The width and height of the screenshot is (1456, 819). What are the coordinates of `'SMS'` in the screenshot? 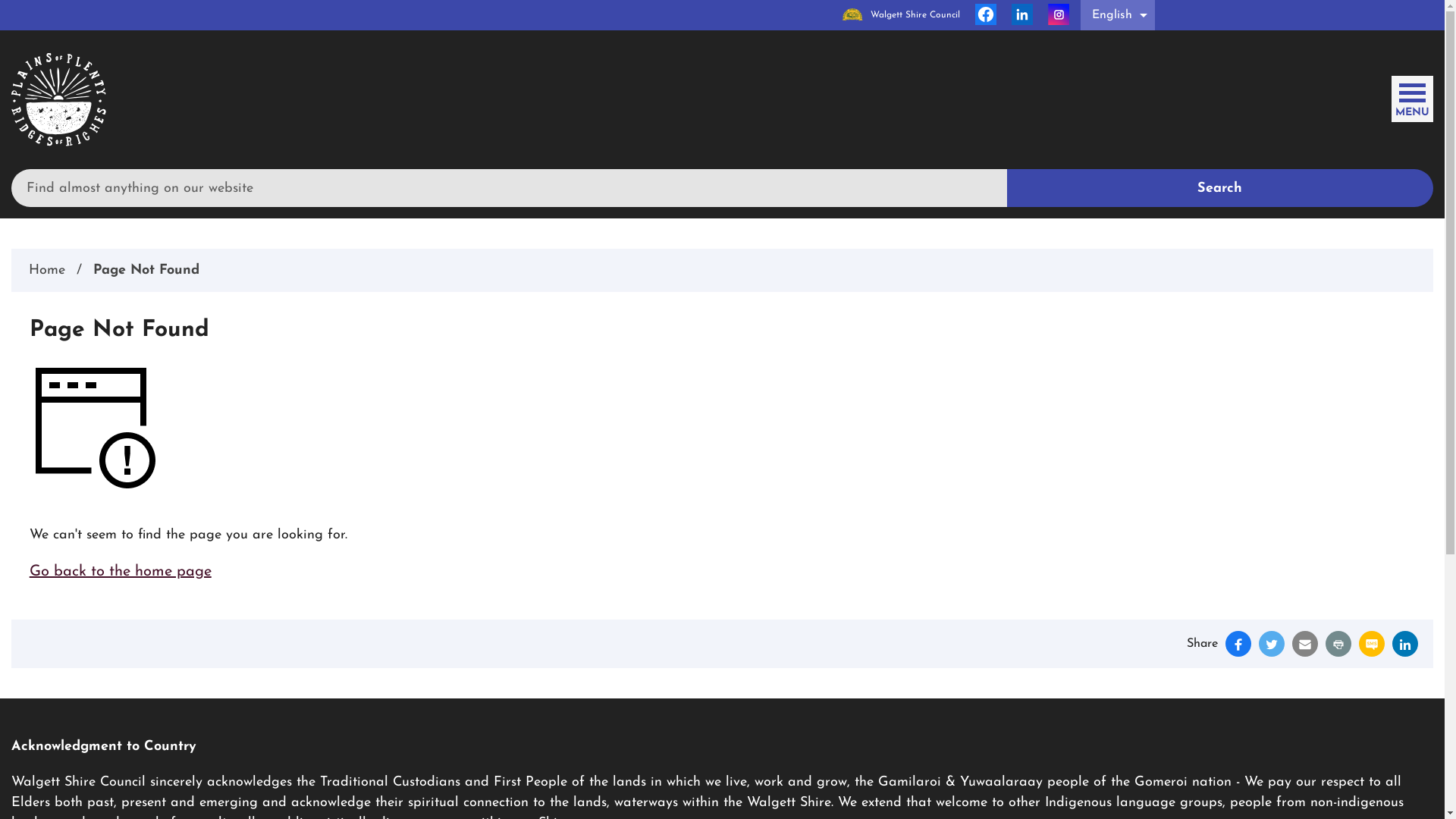 It's located at (1372, 643).